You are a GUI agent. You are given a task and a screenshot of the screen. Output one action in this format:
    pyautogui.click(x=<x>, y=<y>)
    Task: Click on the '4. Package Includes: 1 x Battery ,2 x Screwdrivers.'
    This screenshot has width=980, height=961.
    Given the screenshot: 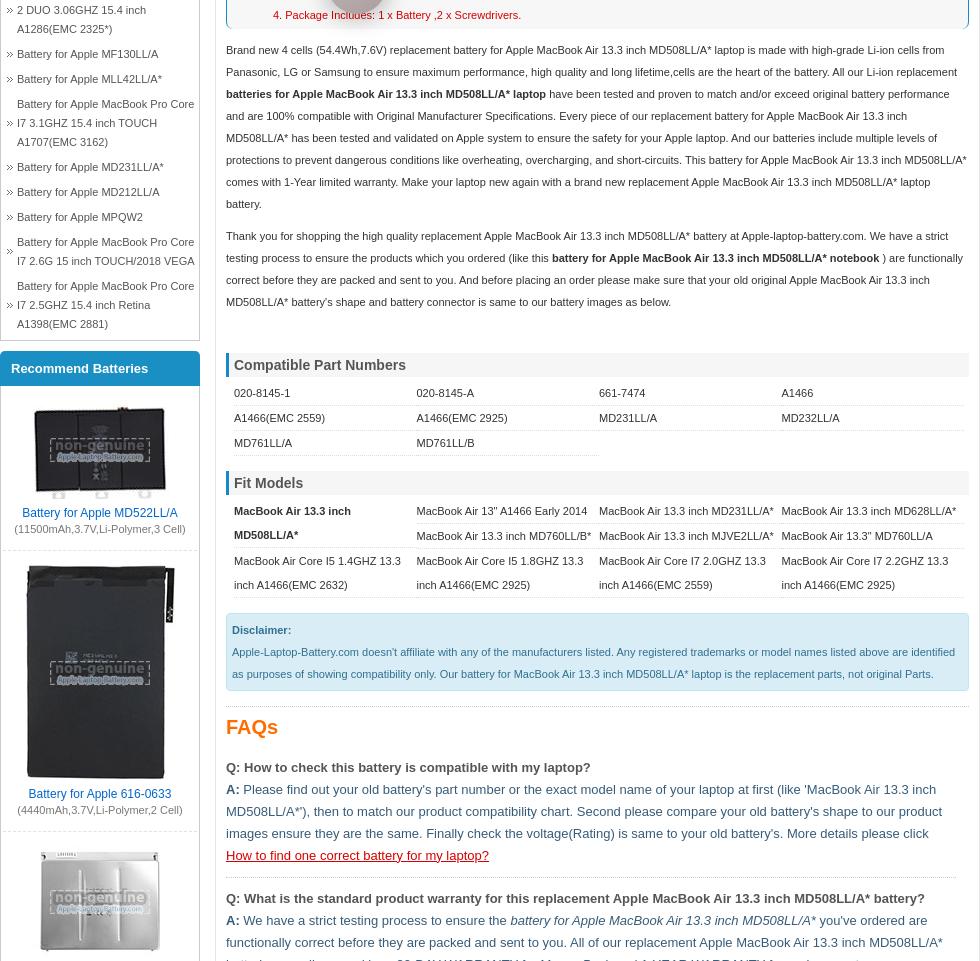 What is the action you would take?
    pyautogui.click(x=396, y=13)
    